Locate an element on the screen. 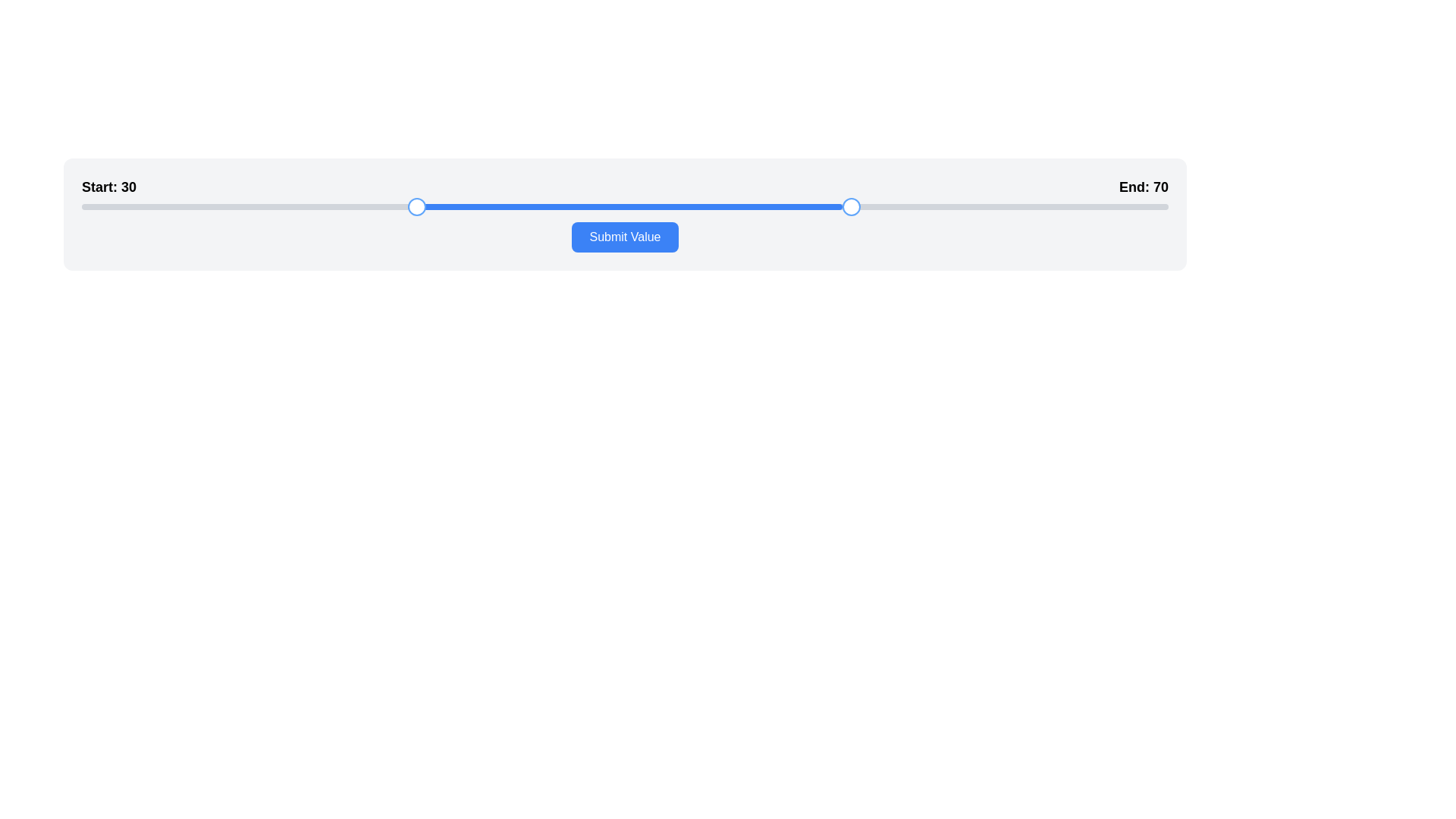  the slider thumb is located at coordinates (359, 207).